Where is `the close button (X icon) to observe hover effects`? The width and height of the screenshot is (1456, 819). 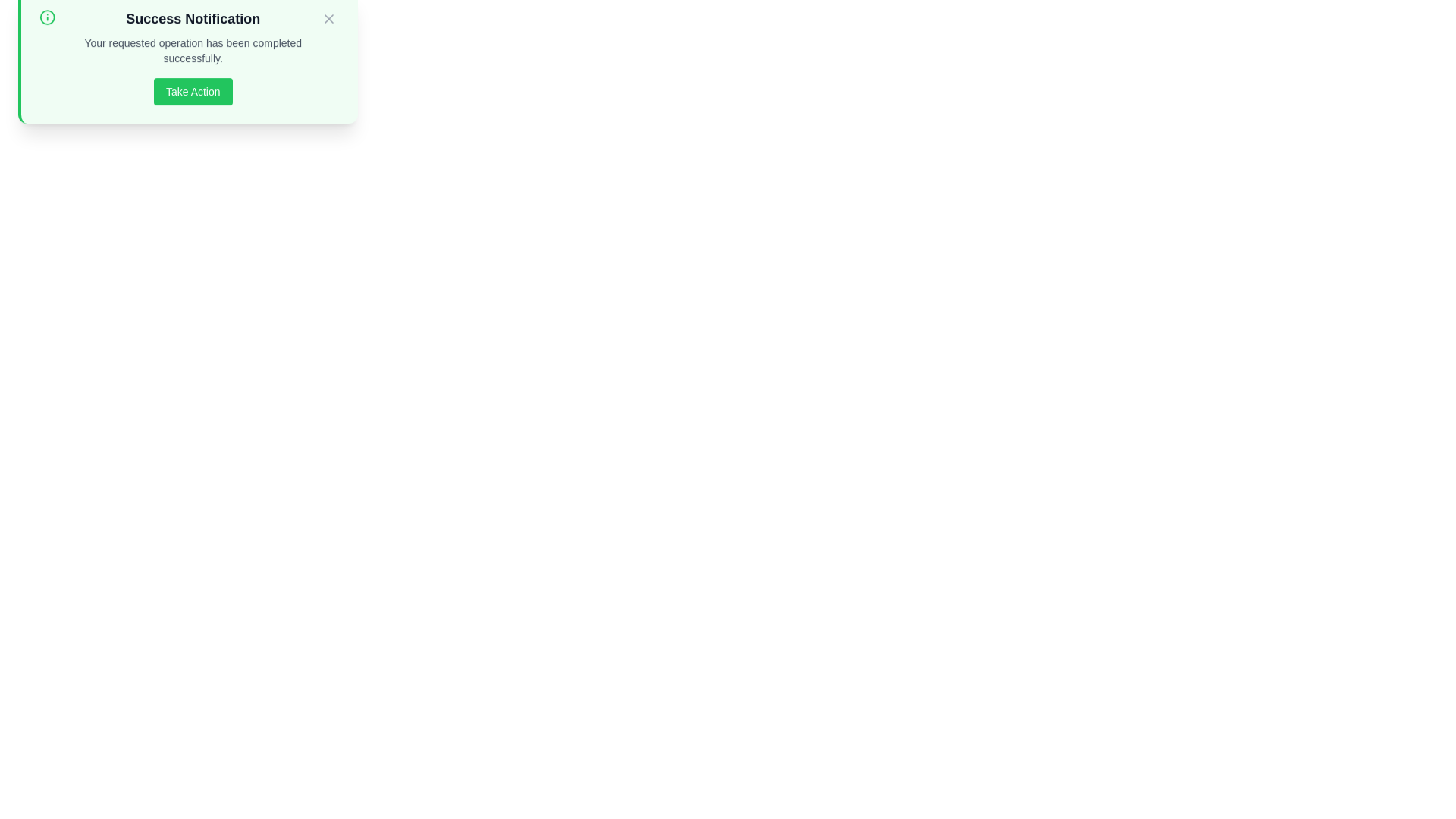
the close button (X icon) to observe hover effects is located at coordinates (328, 34).